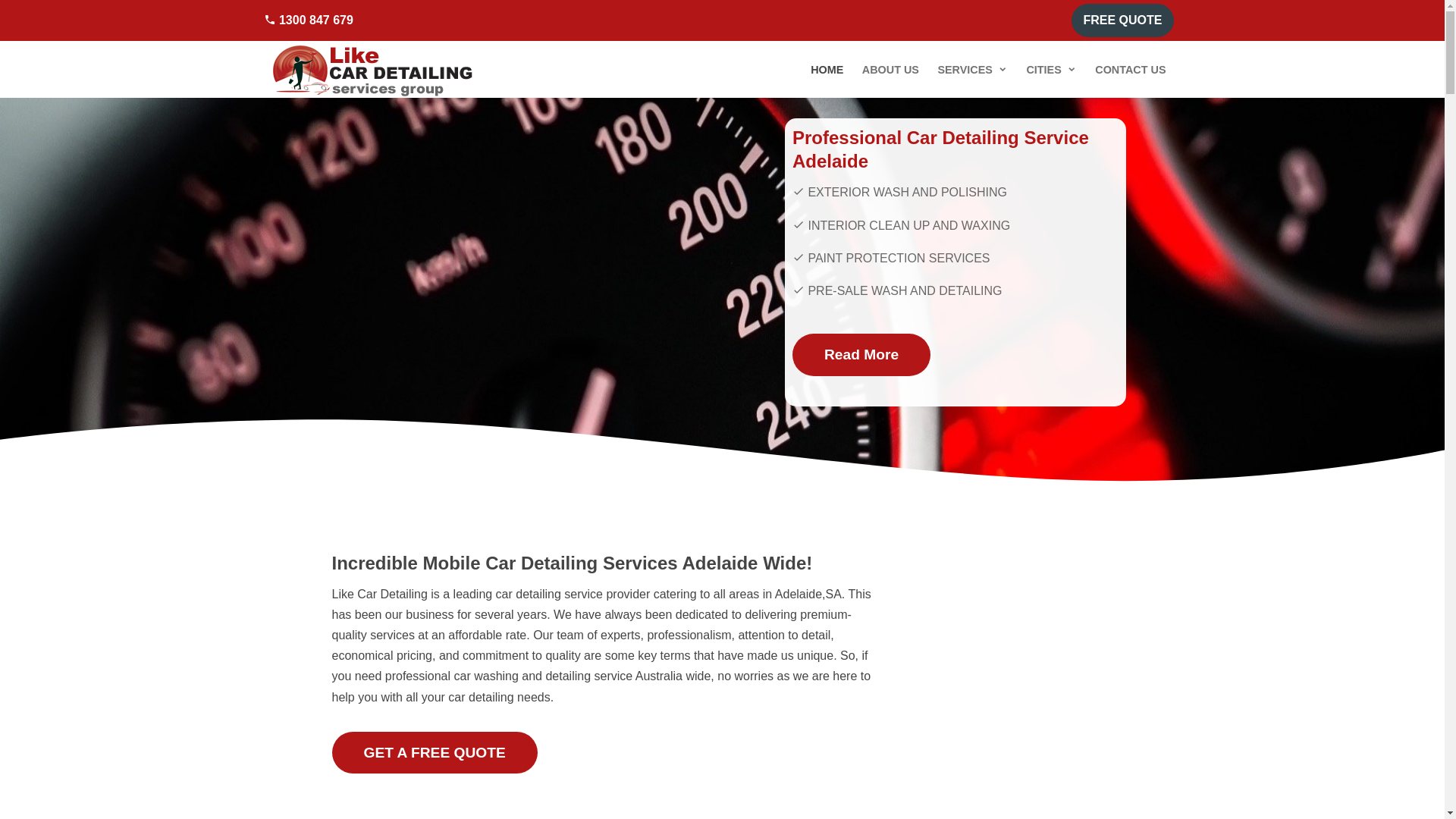 This screenshot has width=1456, height=819. Describe the element at coordinates (890, 69) in the screenshot. I see `'ABOUT US'` at that location.